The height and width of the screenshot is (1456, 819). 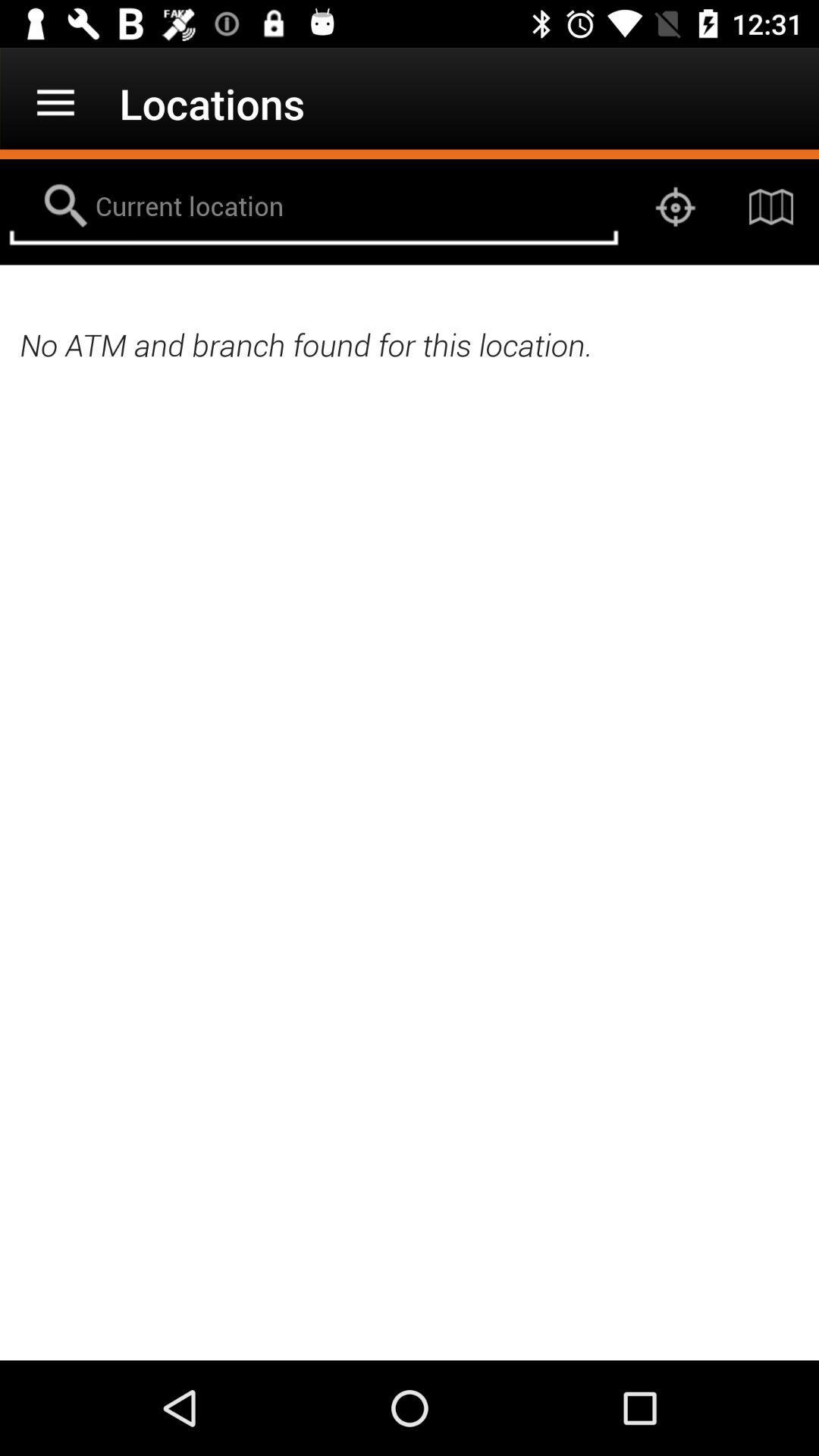 What do you see at coordinates (675, 206) in the screenshot?
I see `the item above the no atm and icon` at bounding box center [675, 206].